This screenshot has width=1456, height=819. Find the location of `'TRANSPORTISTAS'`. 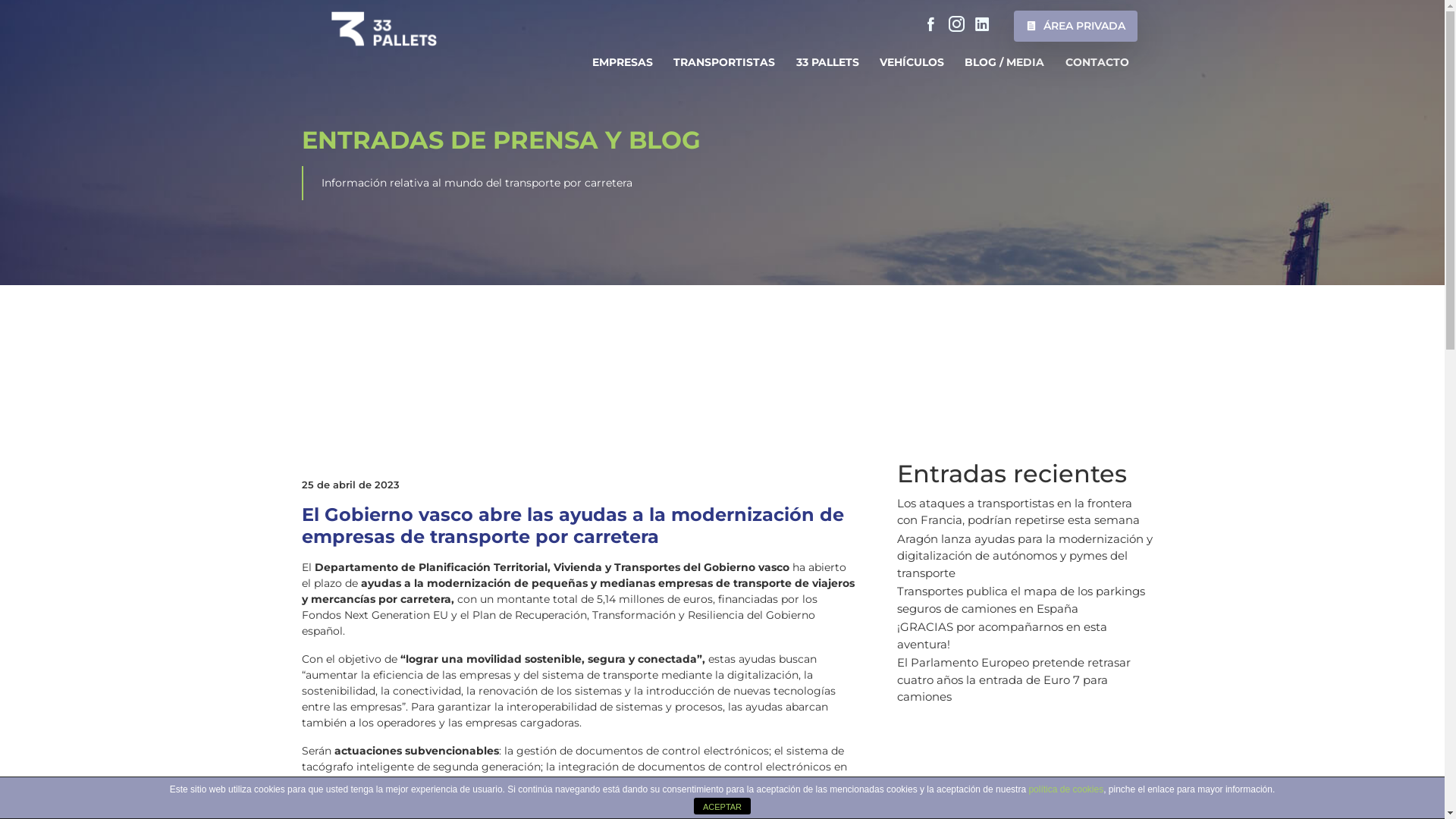

'TRANSPORTISTAS' is located at coordinates (665, 62).